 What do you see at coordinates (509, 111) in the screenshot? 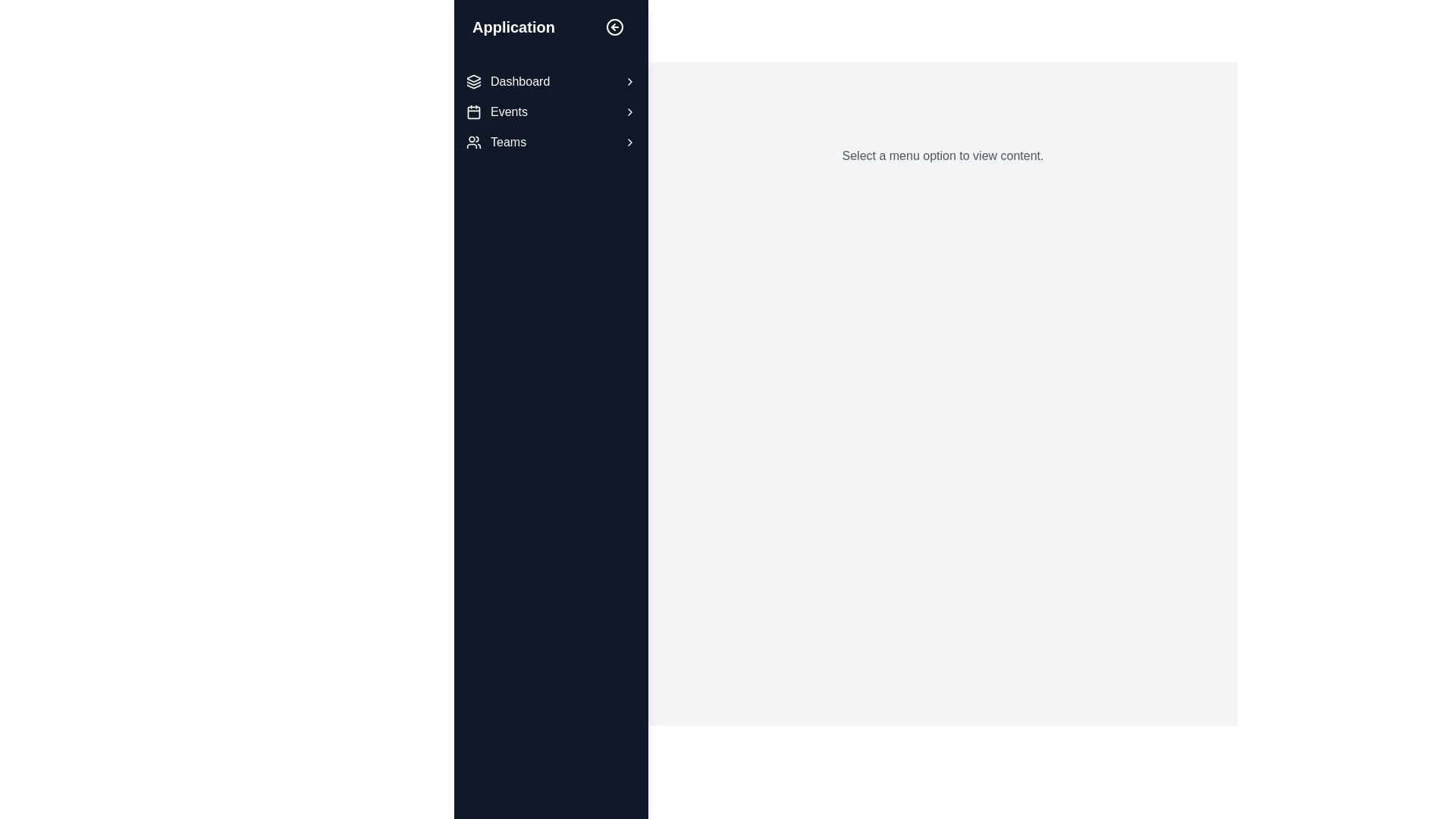
I see `the 'Events' label in the vertical navigation menu, which is located beneath the 'Dashboard' item and above the 'Teams' item` at bounding box center [509, 111].